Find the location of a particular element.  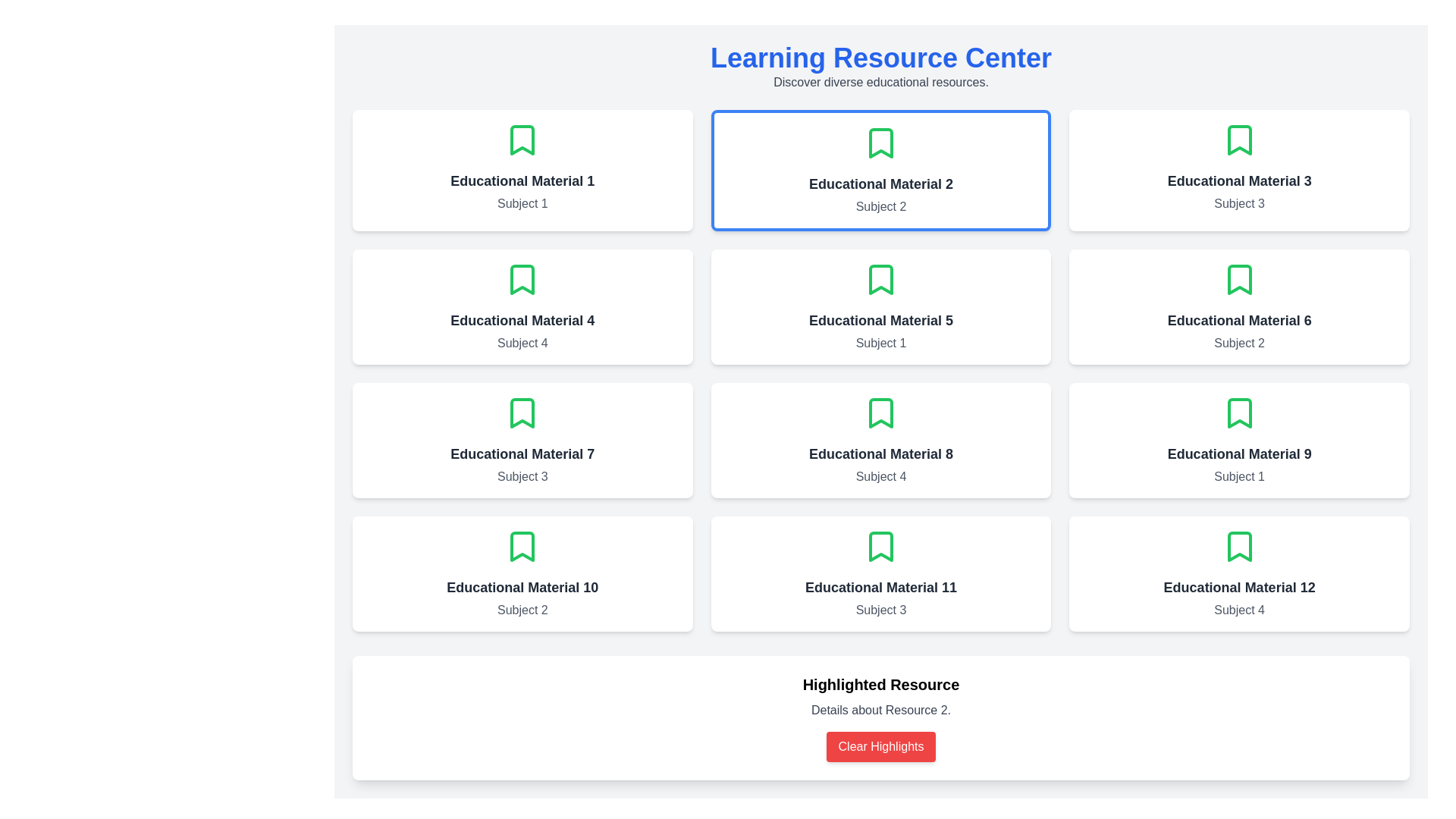

the static text element indicating categorization information within the card titled 'Educational Material 12', located at the bottom-center section is located at coordinates (1239, 610).